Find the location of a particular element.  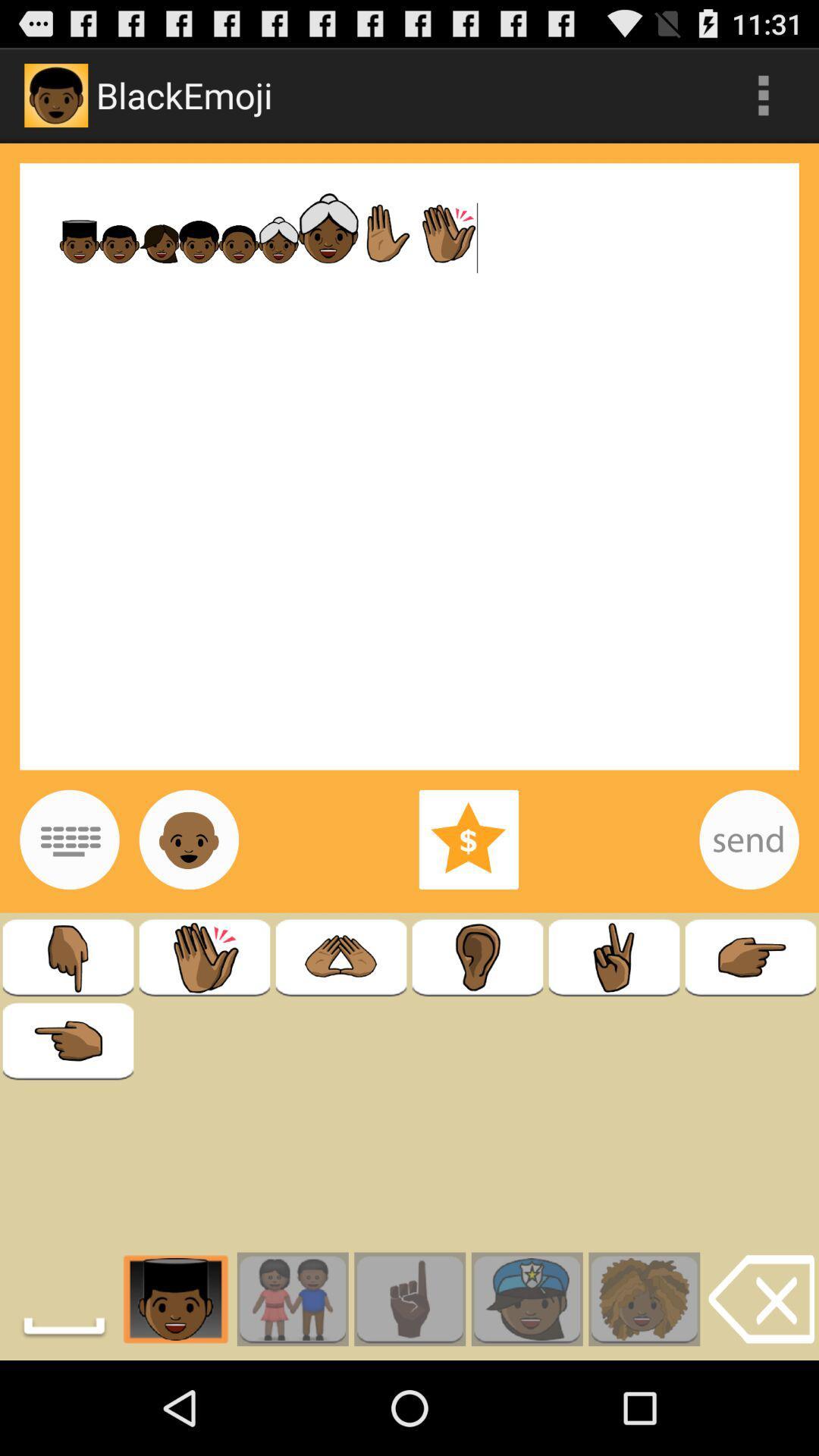

emojis is located at coordinates (188, 839).